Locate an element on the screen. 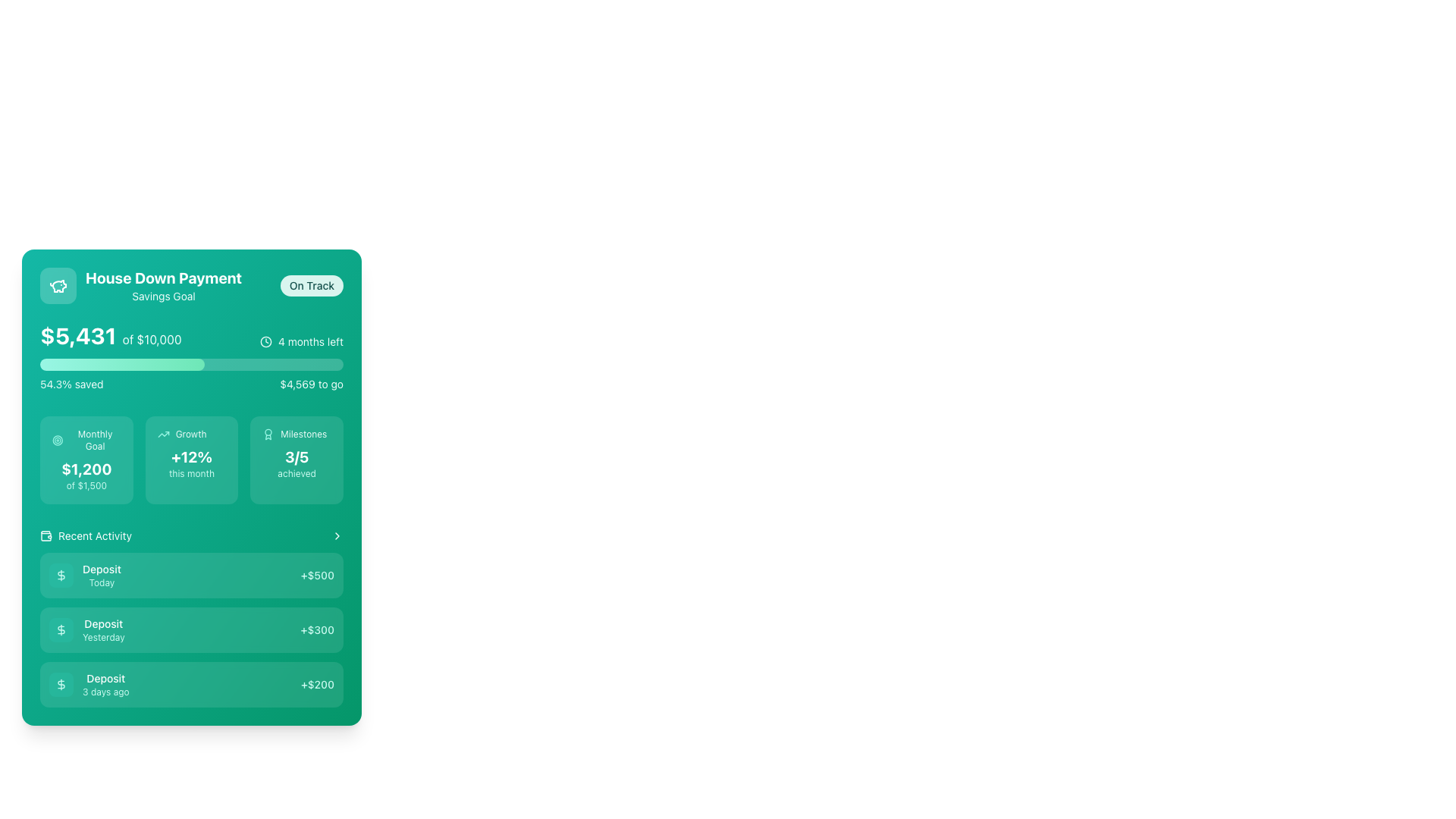  the financial transaction icon representing a deposit in the 'Recent Activity' section for visual context is located at coordinates (61, 629).